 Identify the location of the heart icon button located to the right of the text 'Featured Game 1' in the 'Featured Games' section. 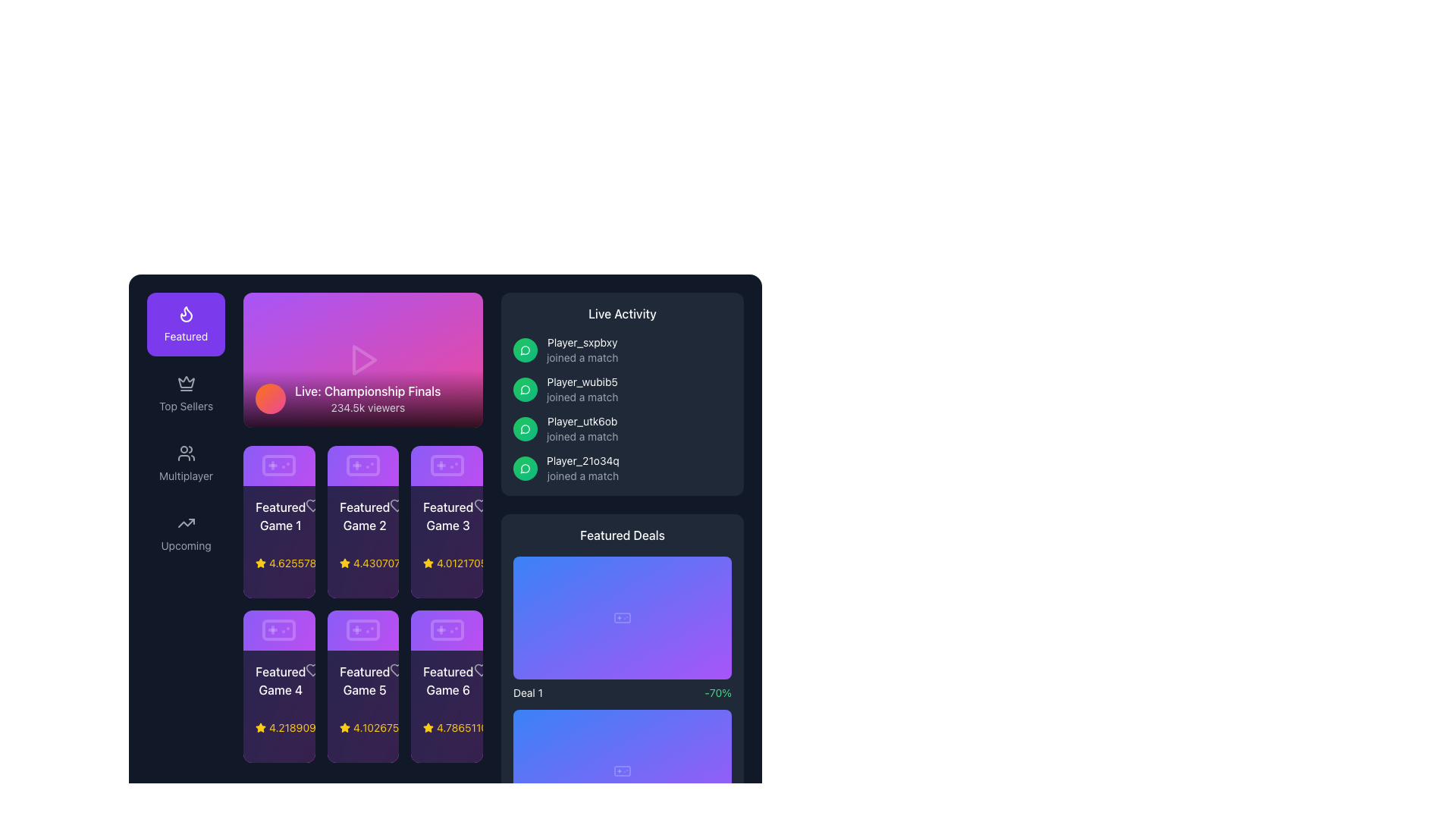
(312, 505).